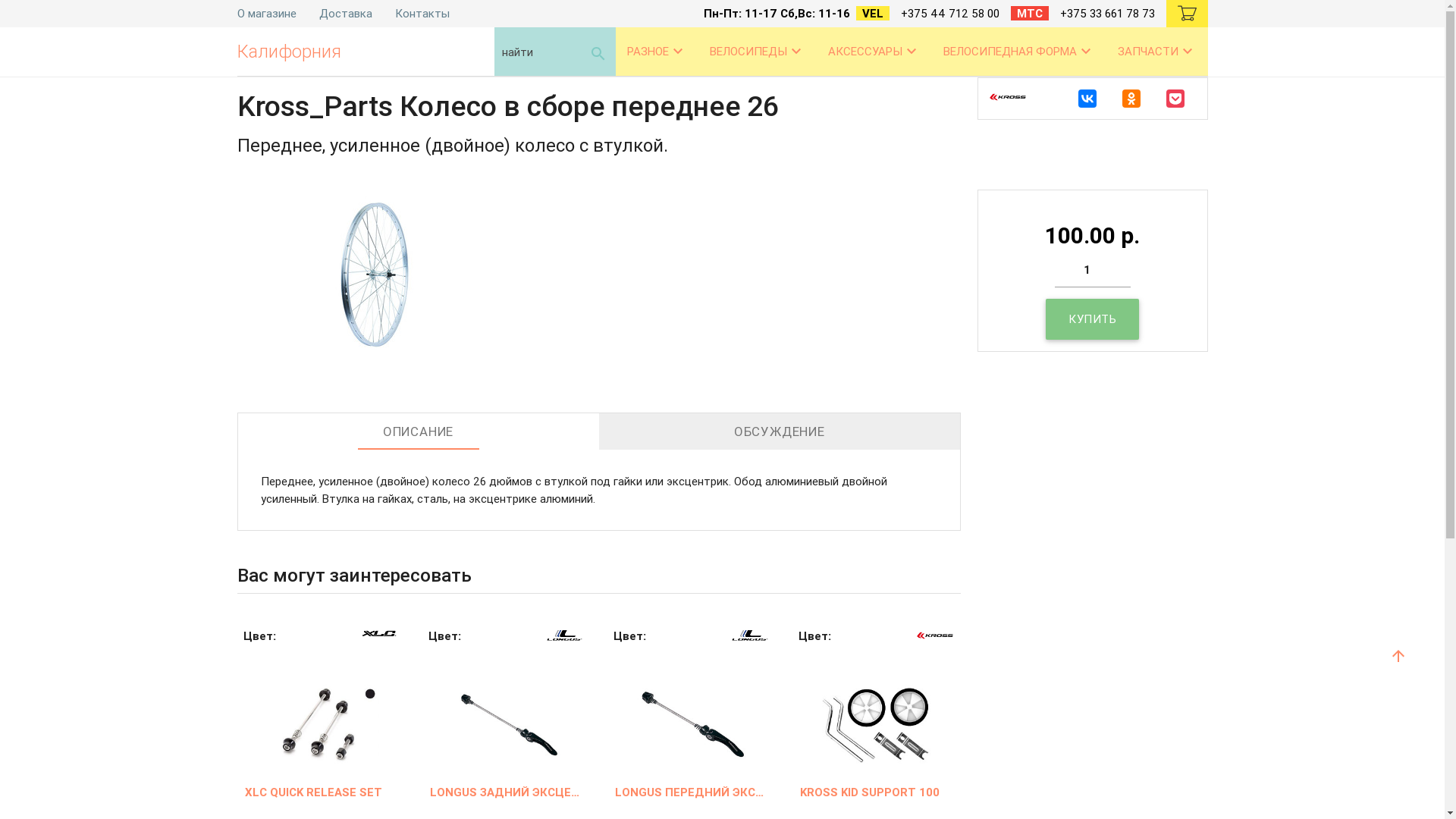 The width and height of the screenshot is (1456, 819). What do you see at coordinates (319, 708) in the screenshot?
I see `'Quick Release Set'` at bounding box center [319, 708].